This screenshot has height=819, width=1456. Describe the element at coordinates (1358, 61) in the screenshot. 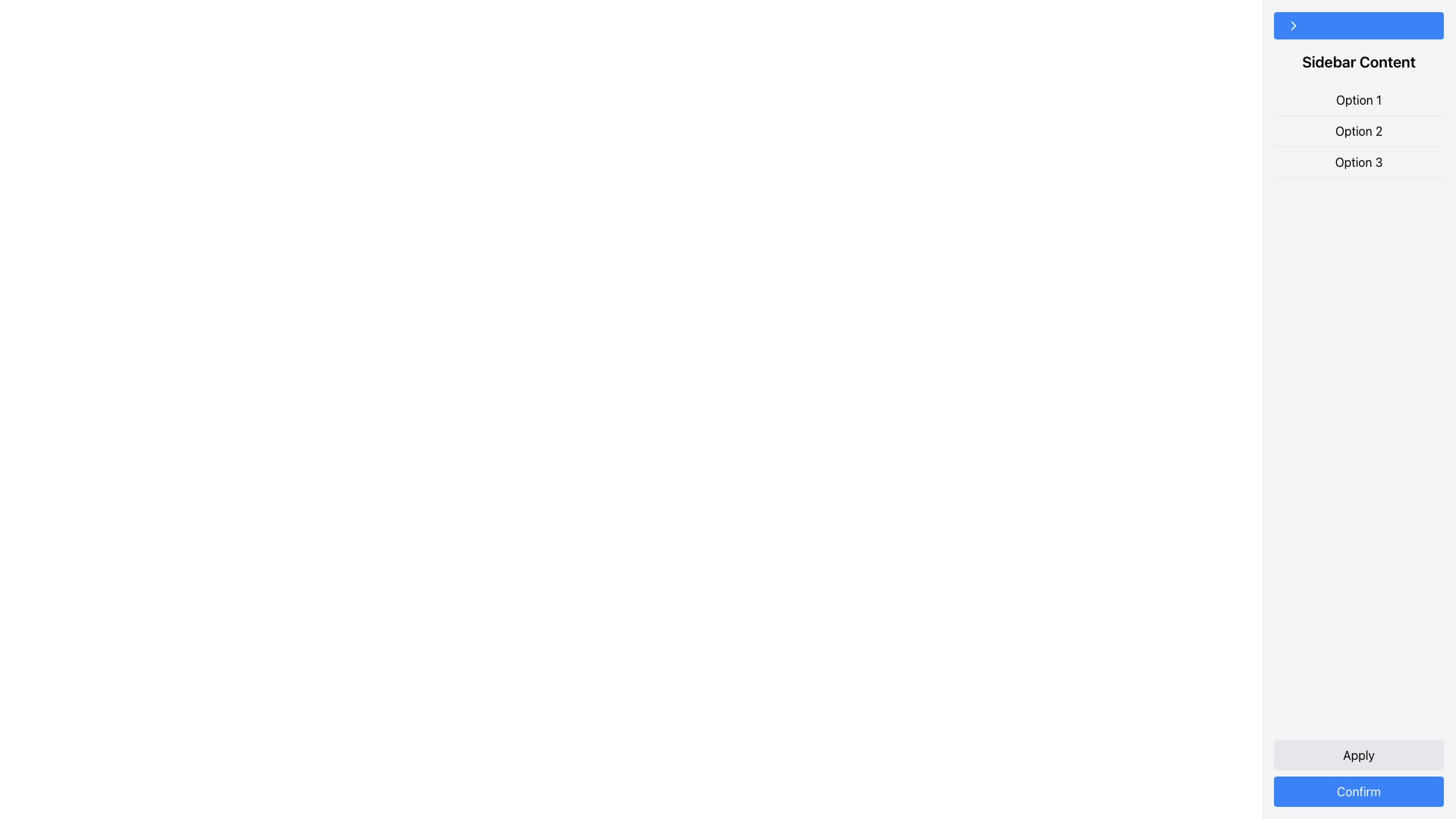

I see `the Text label that acts as a section or sidebar header, positioned directly below a blue button and above a list of options labeled 'Option 1', 'Option 2', and 'Option 3'` at that location.